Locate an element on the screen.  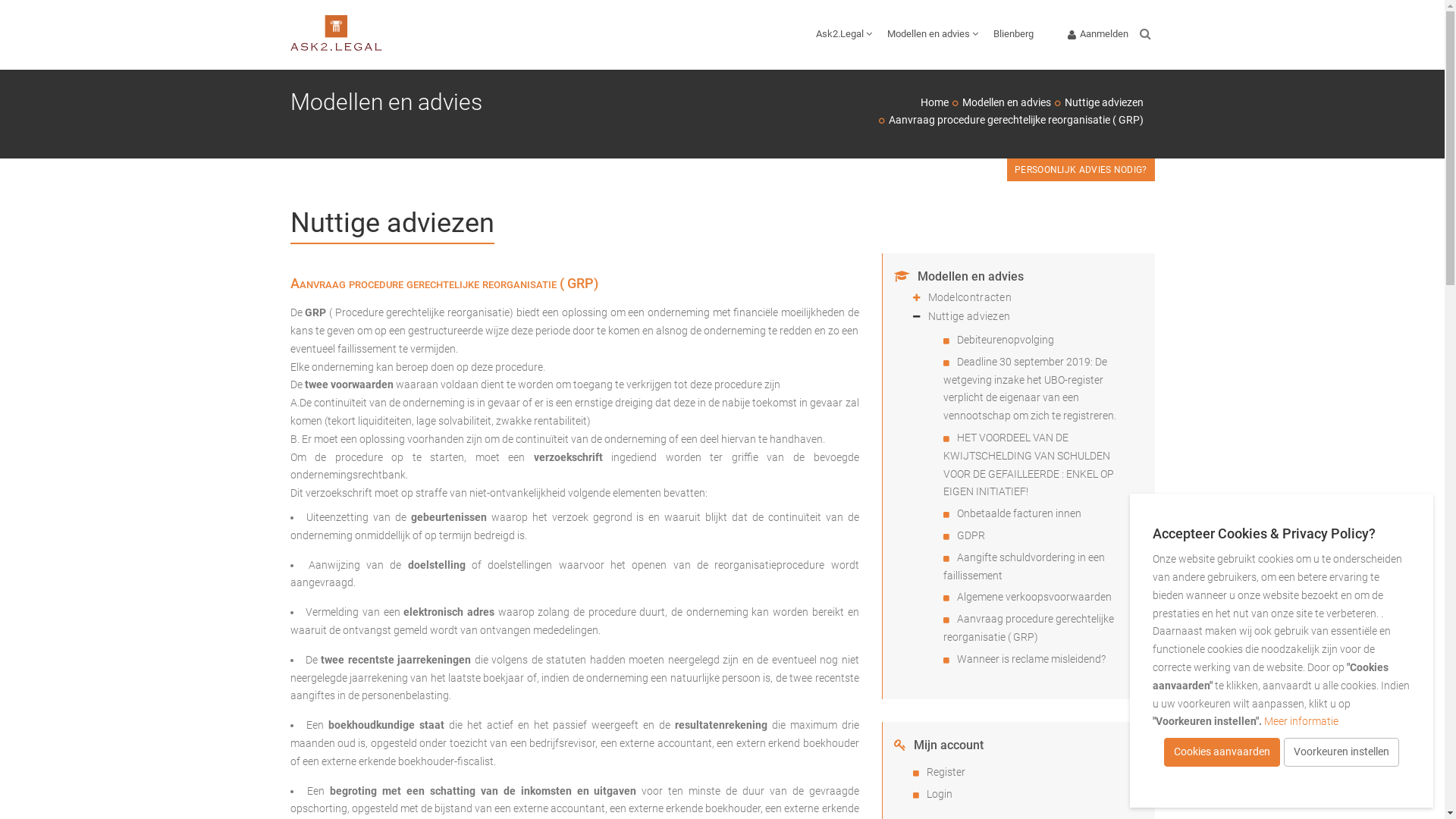
'Blienberg' is located at coordinates (1013, 34).